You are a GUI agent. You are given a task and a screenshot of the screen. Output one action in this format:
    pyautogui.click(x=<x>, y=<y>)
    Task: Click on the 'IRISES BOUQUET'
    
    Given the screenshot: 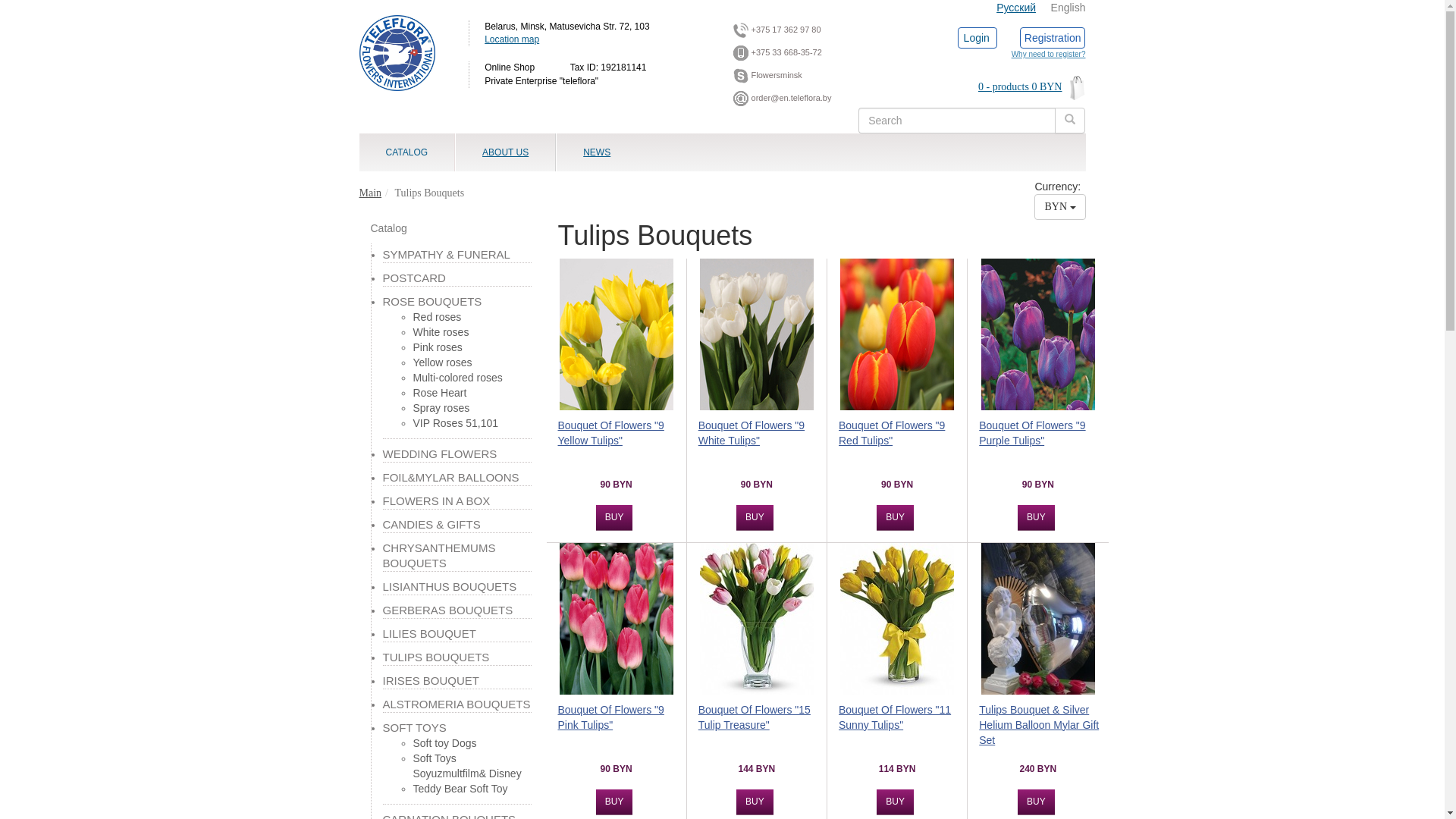 What is the action you would take?
    pyautogui.click(x=429, y=679)
    